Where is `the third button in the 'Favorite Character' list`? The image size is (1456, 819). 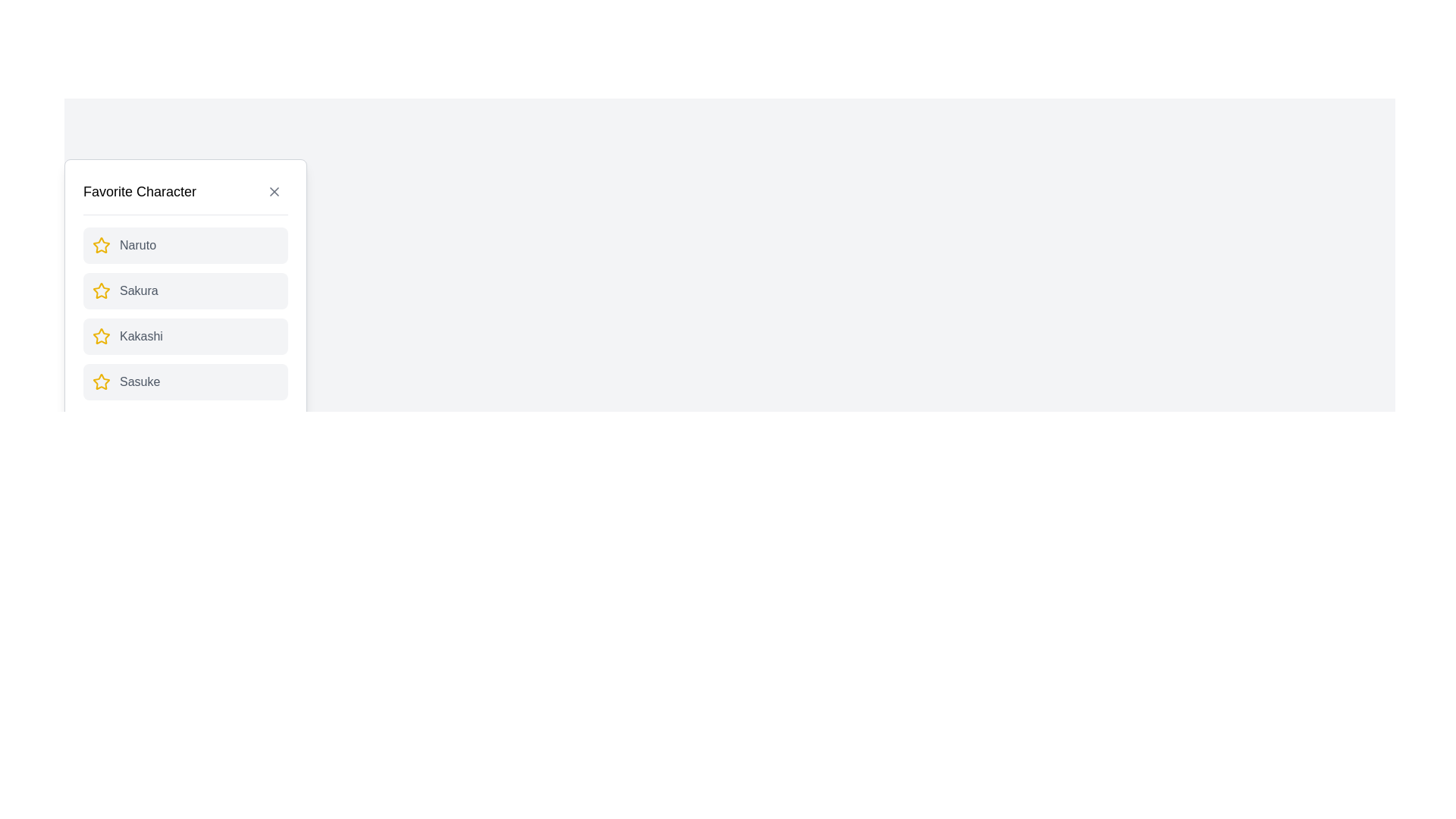 the third button in the 'Favorite Character' list is located at coordinates (184, 335).